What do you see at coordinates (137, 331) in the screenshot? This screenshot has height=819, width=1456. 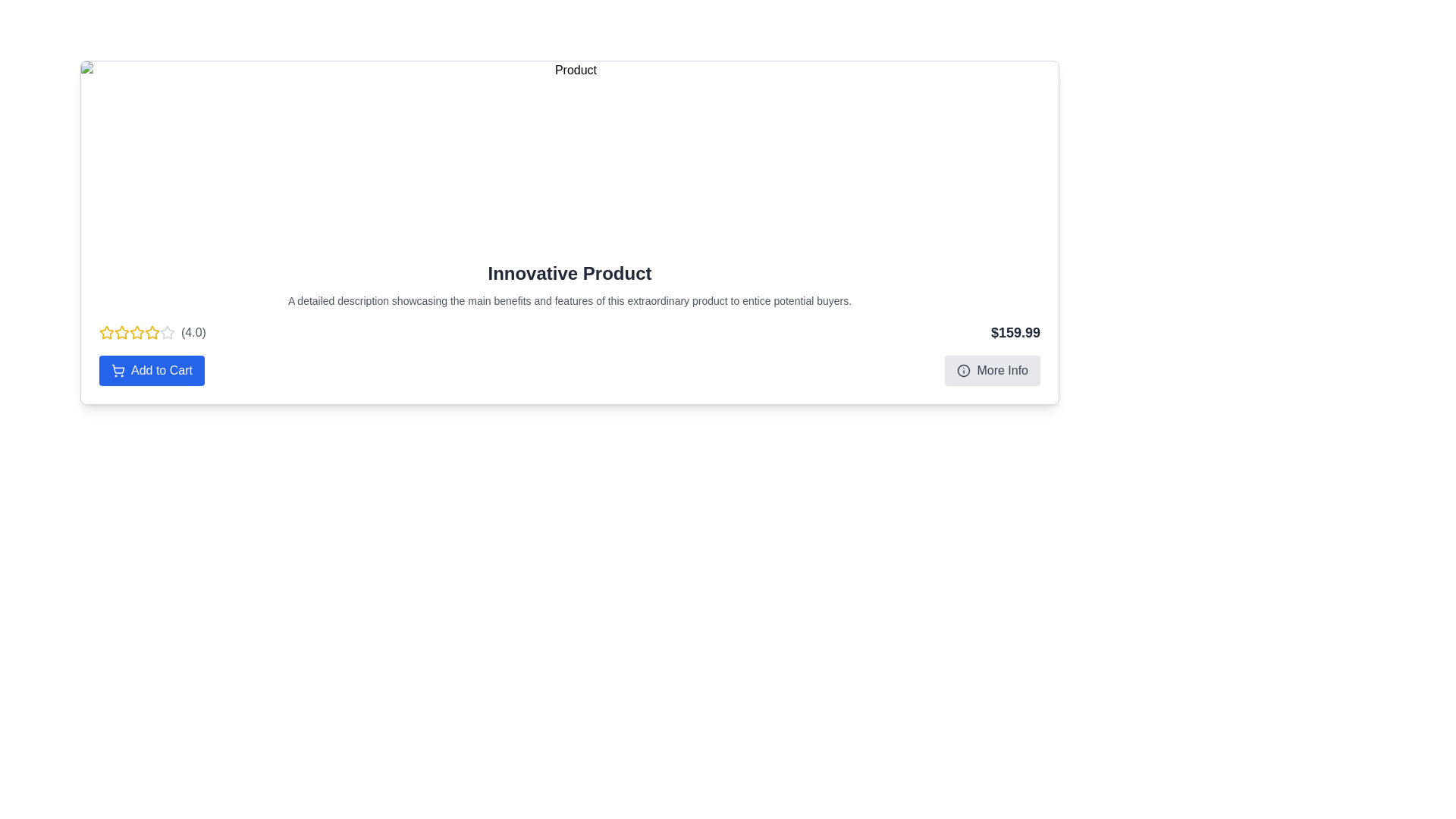 I see `the third star in the five-pointed star rating bar` at bounding box center [137, 331].